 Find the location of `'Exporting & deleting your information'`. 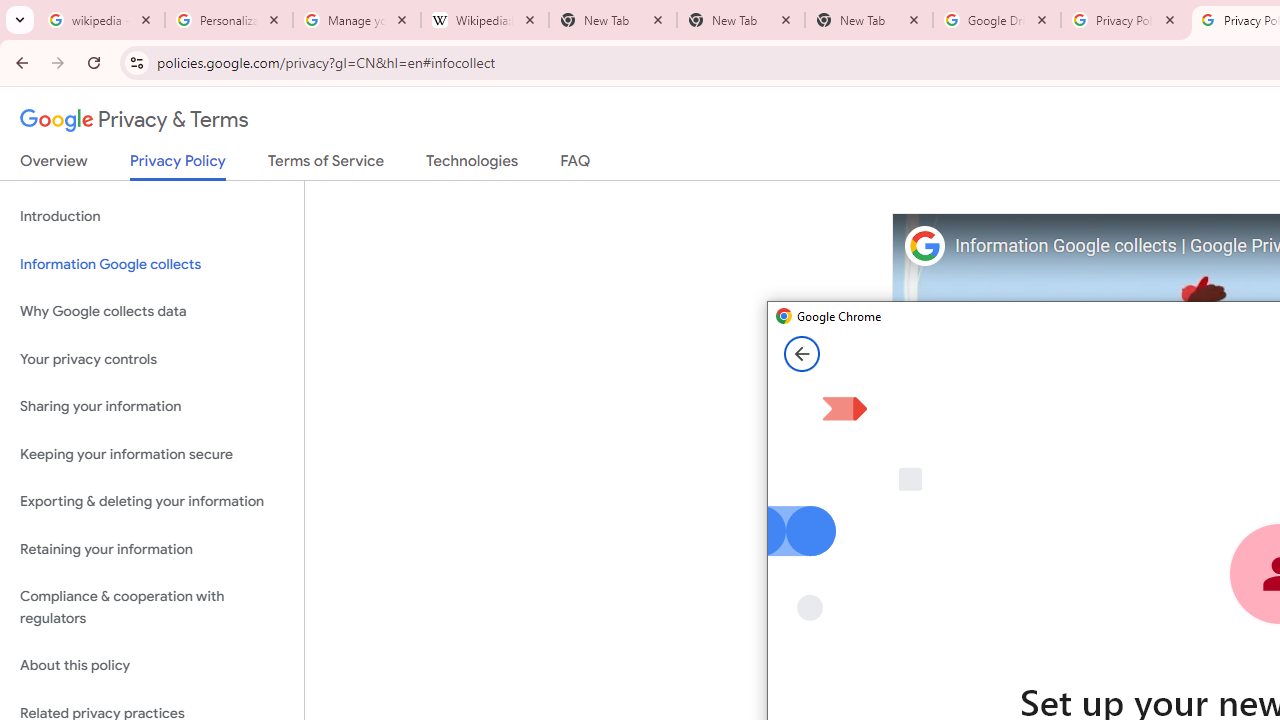

'Exporting & deleting your information' is located at coordinates (151, 501).